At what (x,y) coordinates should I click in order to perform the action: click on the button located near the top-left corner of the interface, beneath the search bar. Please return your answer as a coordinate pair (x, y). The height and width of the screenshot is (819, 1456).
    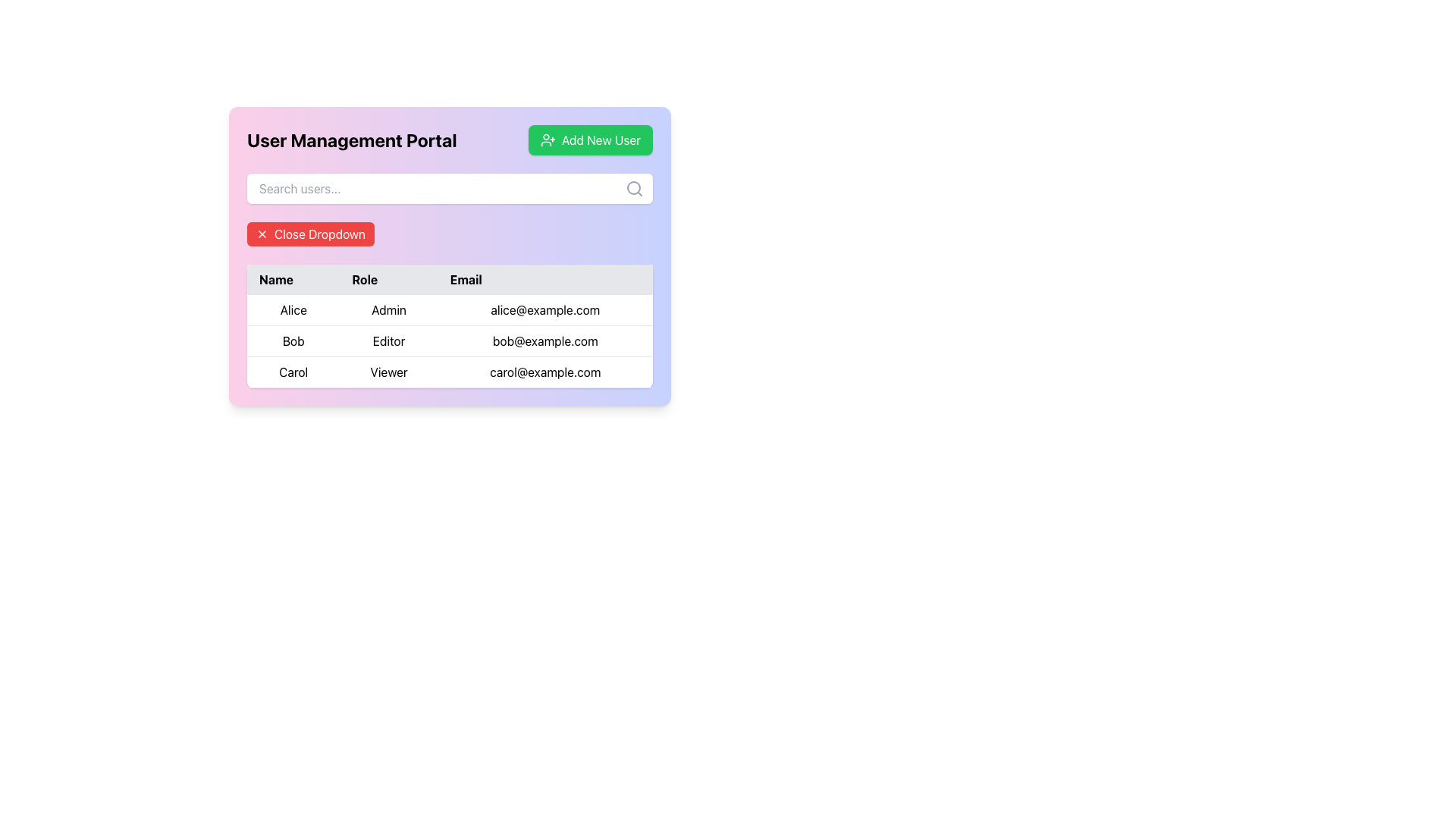
    Looking at the image, I should click on (309, 234).